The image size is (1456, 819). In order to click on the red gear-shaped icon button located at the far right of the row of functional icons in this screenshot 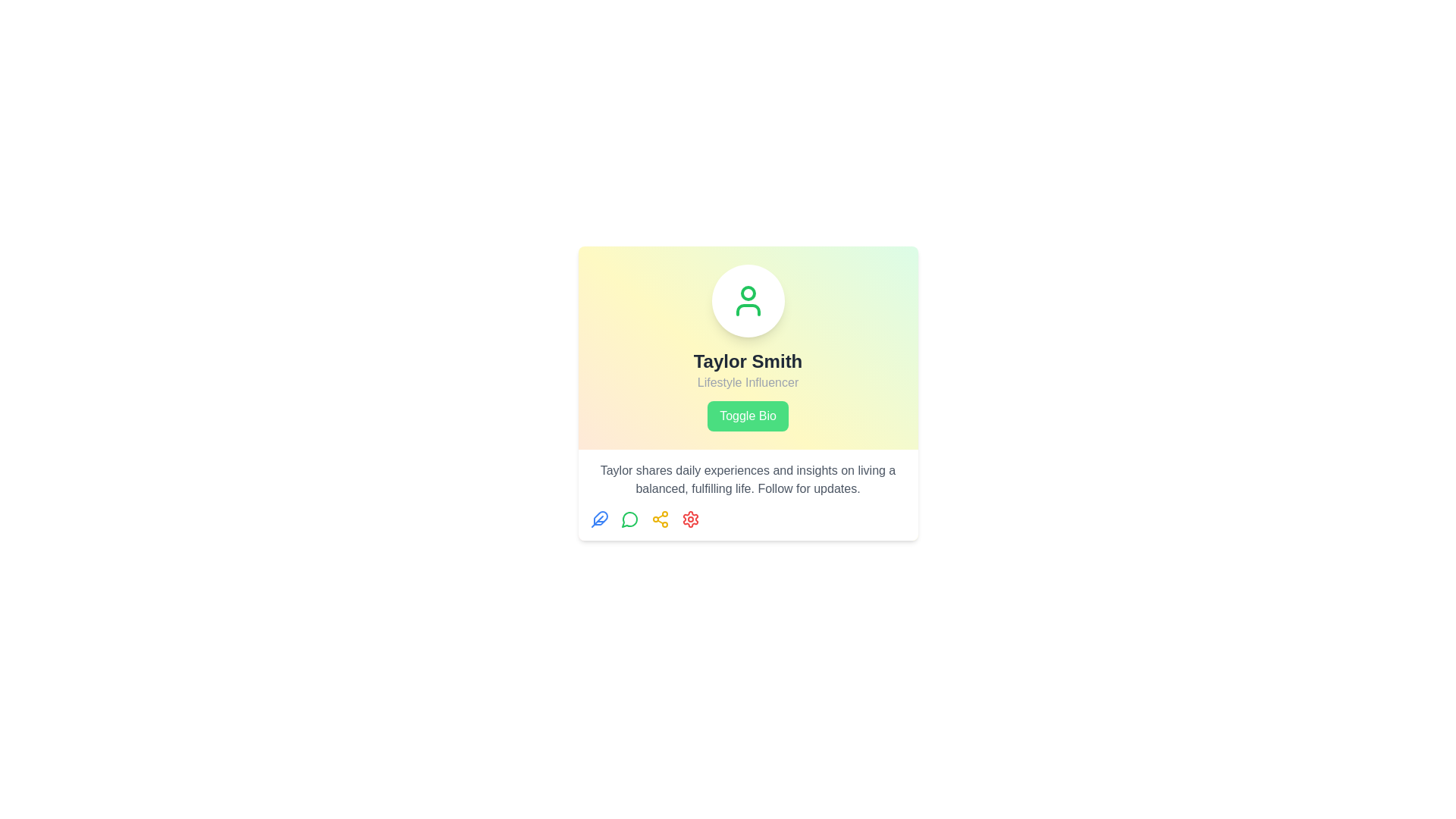, I will do `click(689, 519)`.